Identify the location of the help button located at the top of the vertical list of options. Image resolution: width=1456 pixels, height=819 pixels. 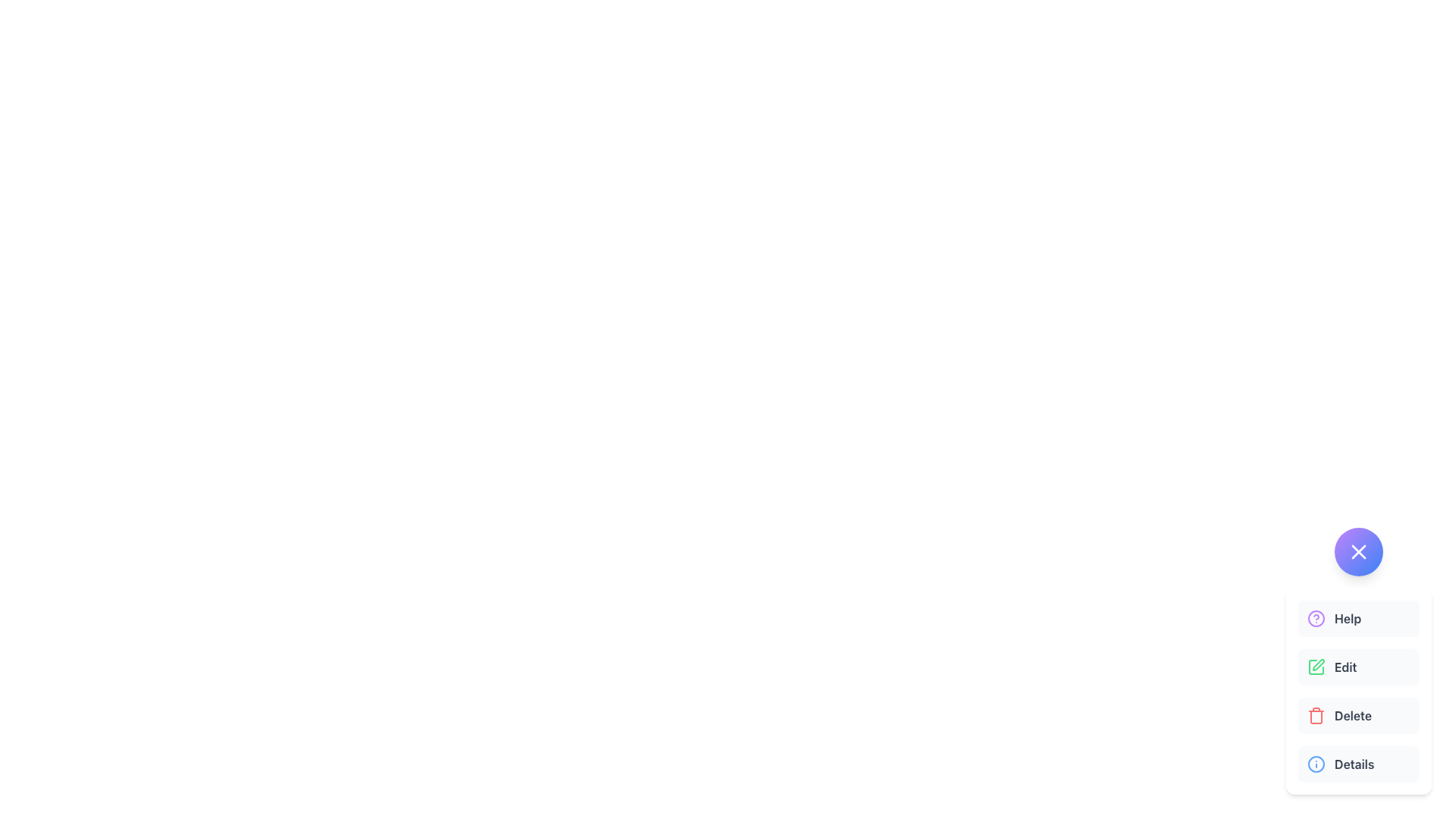
(1358, 619).